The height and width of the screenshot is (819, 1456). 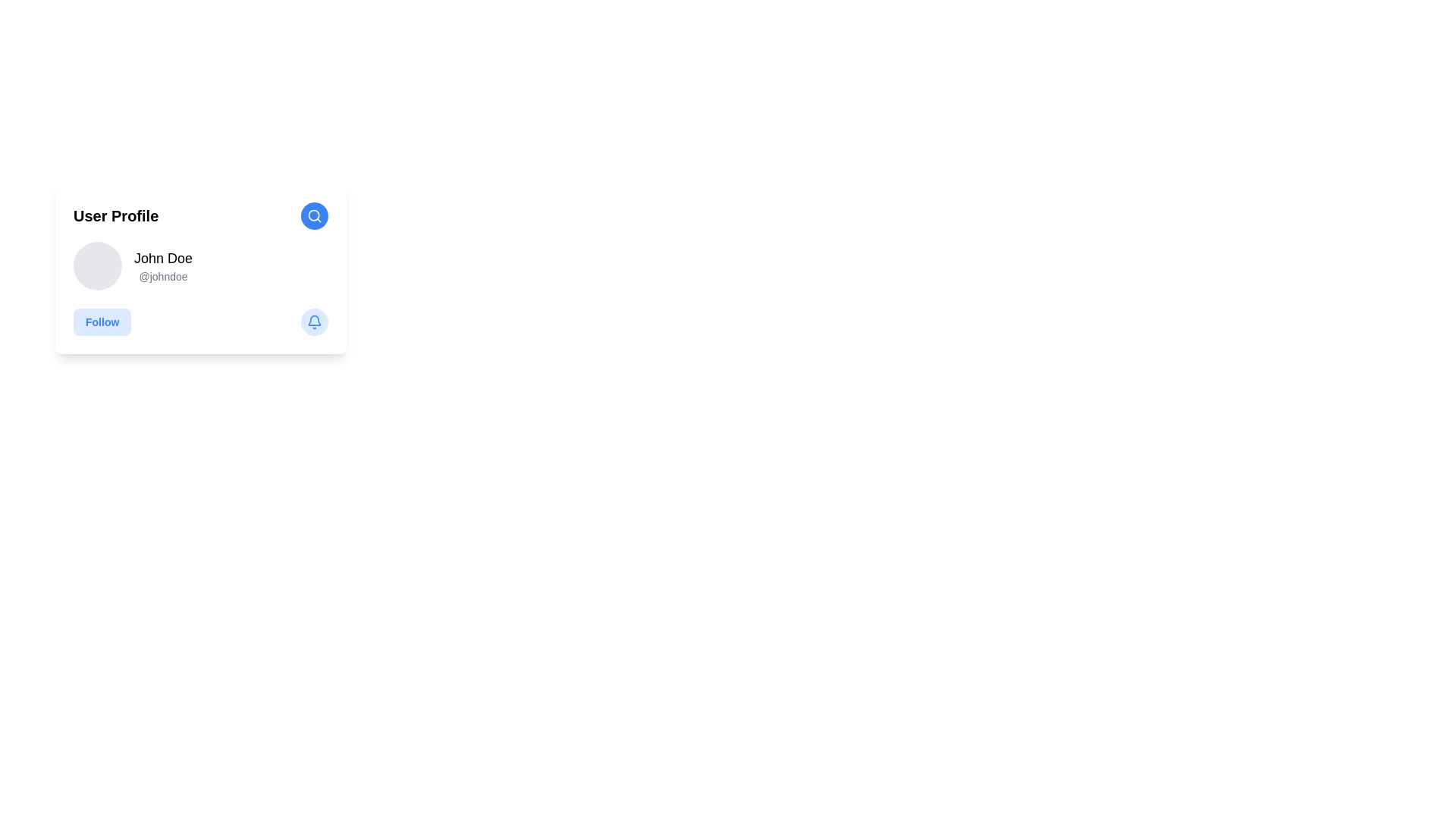 I want to click on the 'John Doe' text display element, which is styled in large bold font and located at the top-center of the user profile card, so click(x=163, y=257).